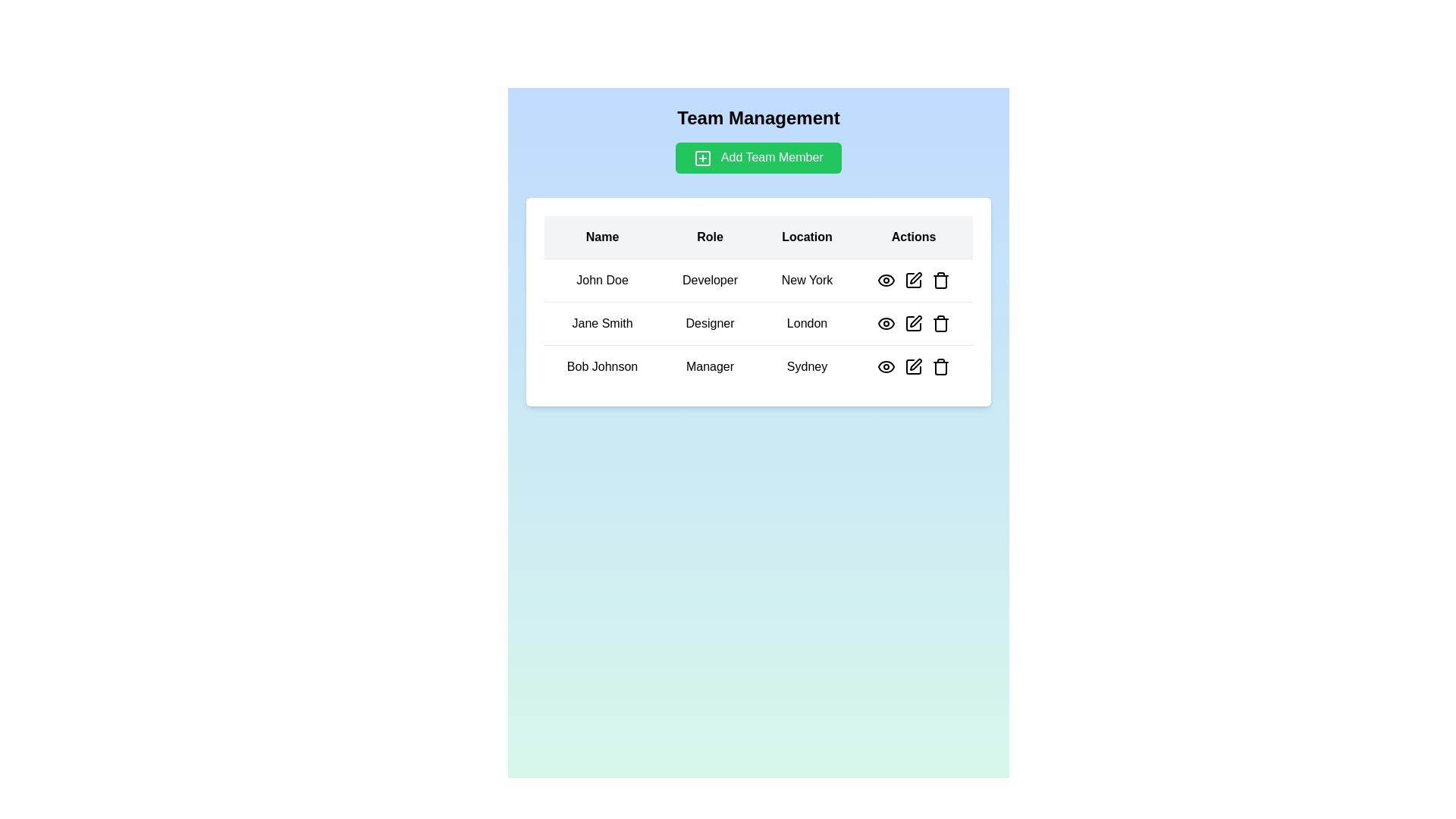 This screenshot has width=1456, height=819. Describe the element at coordinates (806, 280) in the screenshot. I see `the 'New York' text label in the 'Location' column for the row corresponding to 'John Doe' for potential interactions` at that location.